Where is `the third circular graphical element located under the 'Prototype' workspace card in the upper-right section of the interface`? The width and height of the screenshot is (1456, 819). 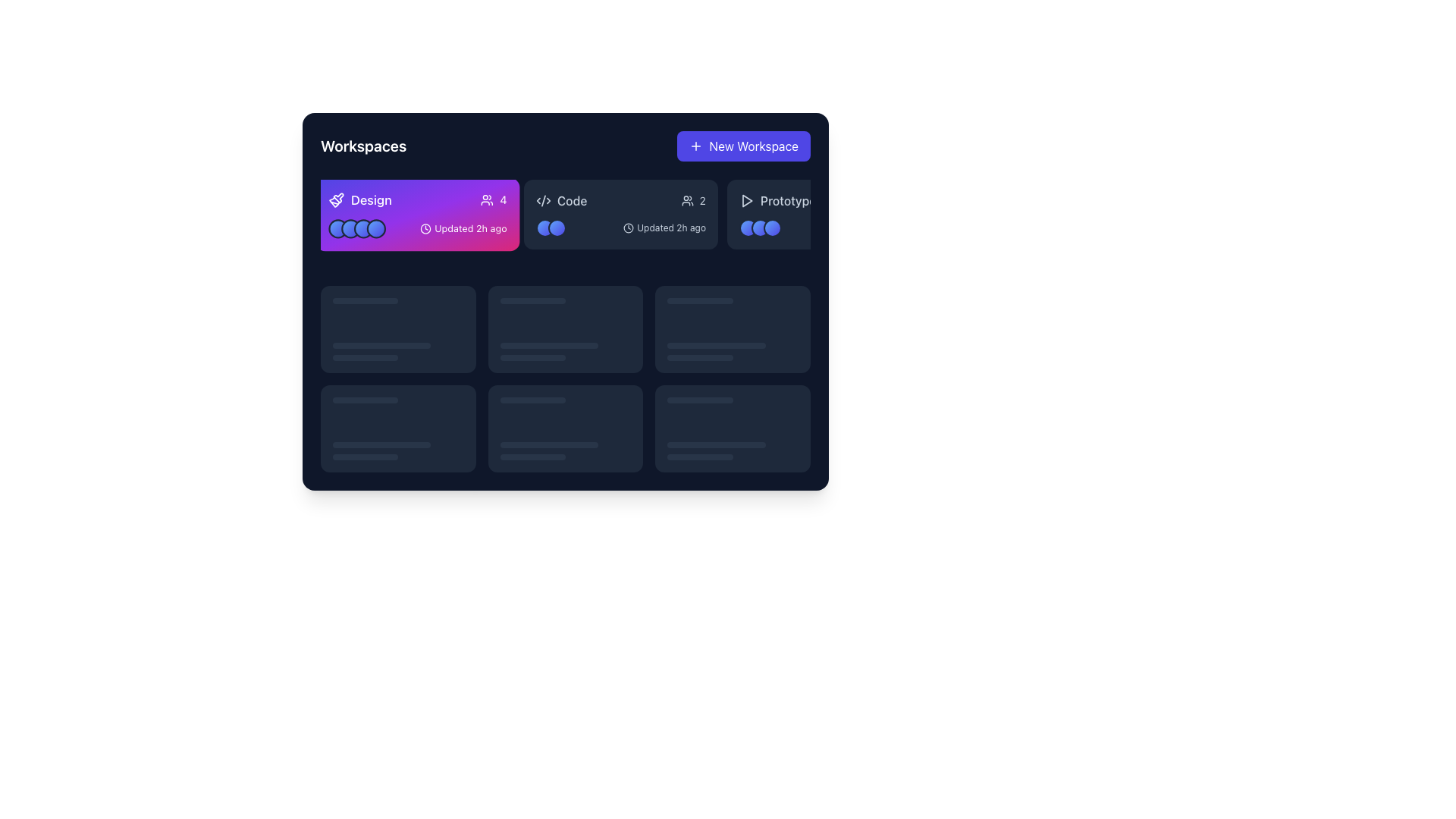 the third circular graphical element located under the 'Prototype' workspace card in the upper-right section of the interface is located at coordinates (772, 227).